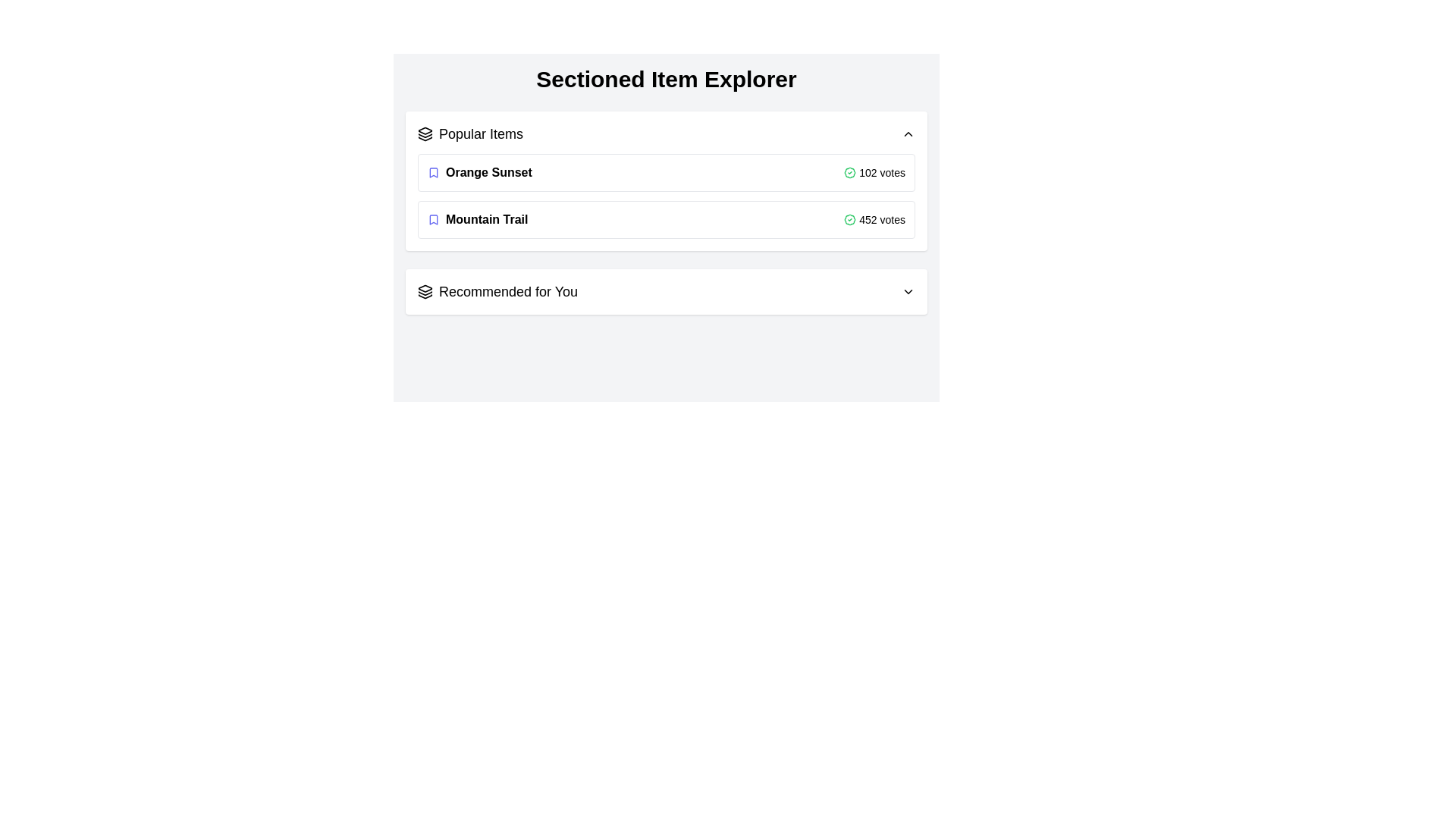  Describe the element at coordinates (487, 219) in the screenshot. I see `the 'Mountain Trail' title in the 'Popular Items' list, which is the second item below 'Orange Sunset' and aligned with an indigo bookmark icon` at that location.